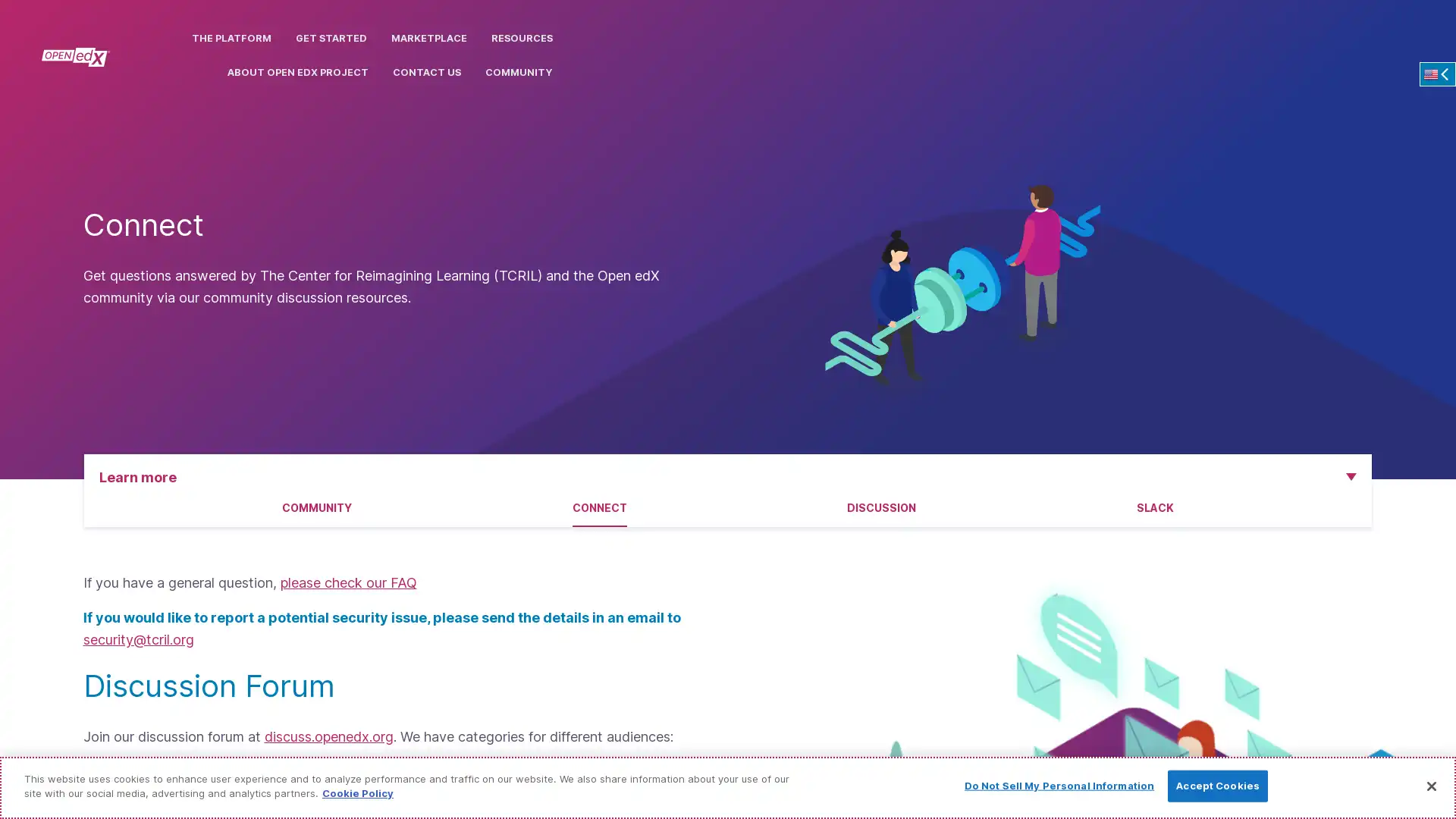 This screenshot has width=1456, height=819. I want to click on Close, so click(1430, 785).